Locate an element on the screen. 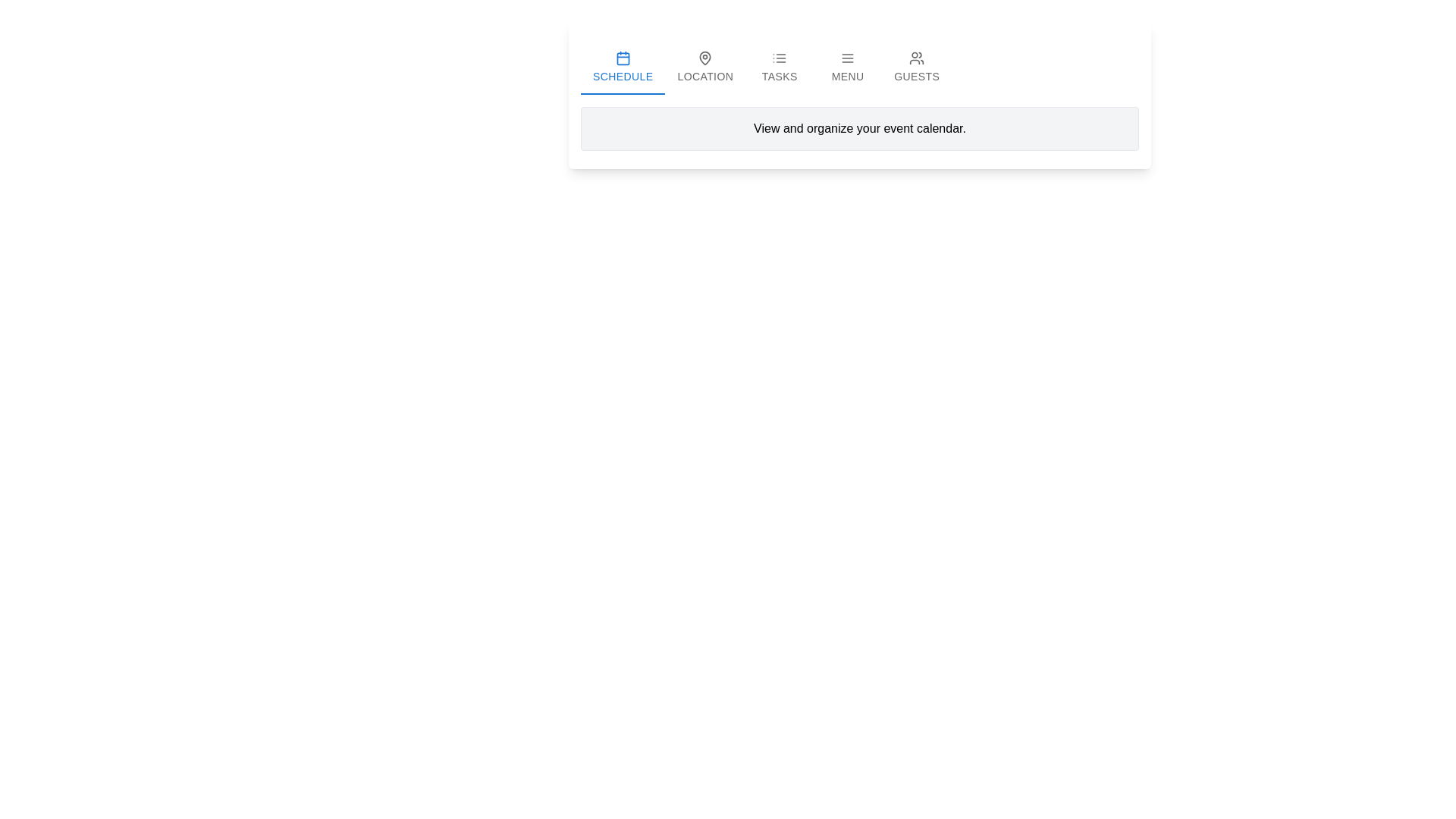 The image size is (1456, 819). the calendar icon located in the first navigation button labeled 'SCHEDULE' is located at coordinates (623, 58).